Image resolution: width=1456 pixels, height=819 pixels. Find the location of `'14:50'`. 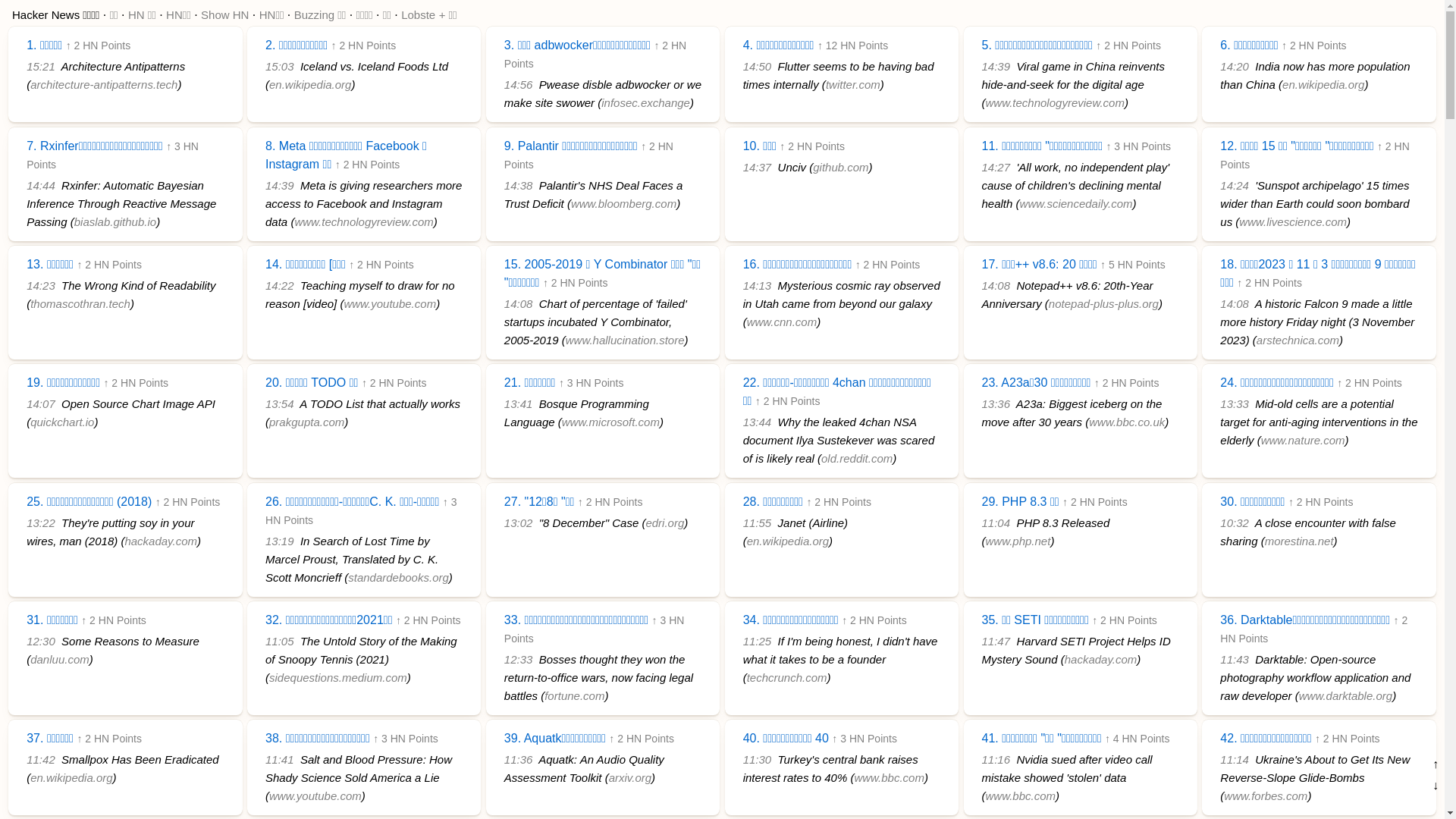

'14:50' is located at coordinates (742, 65).